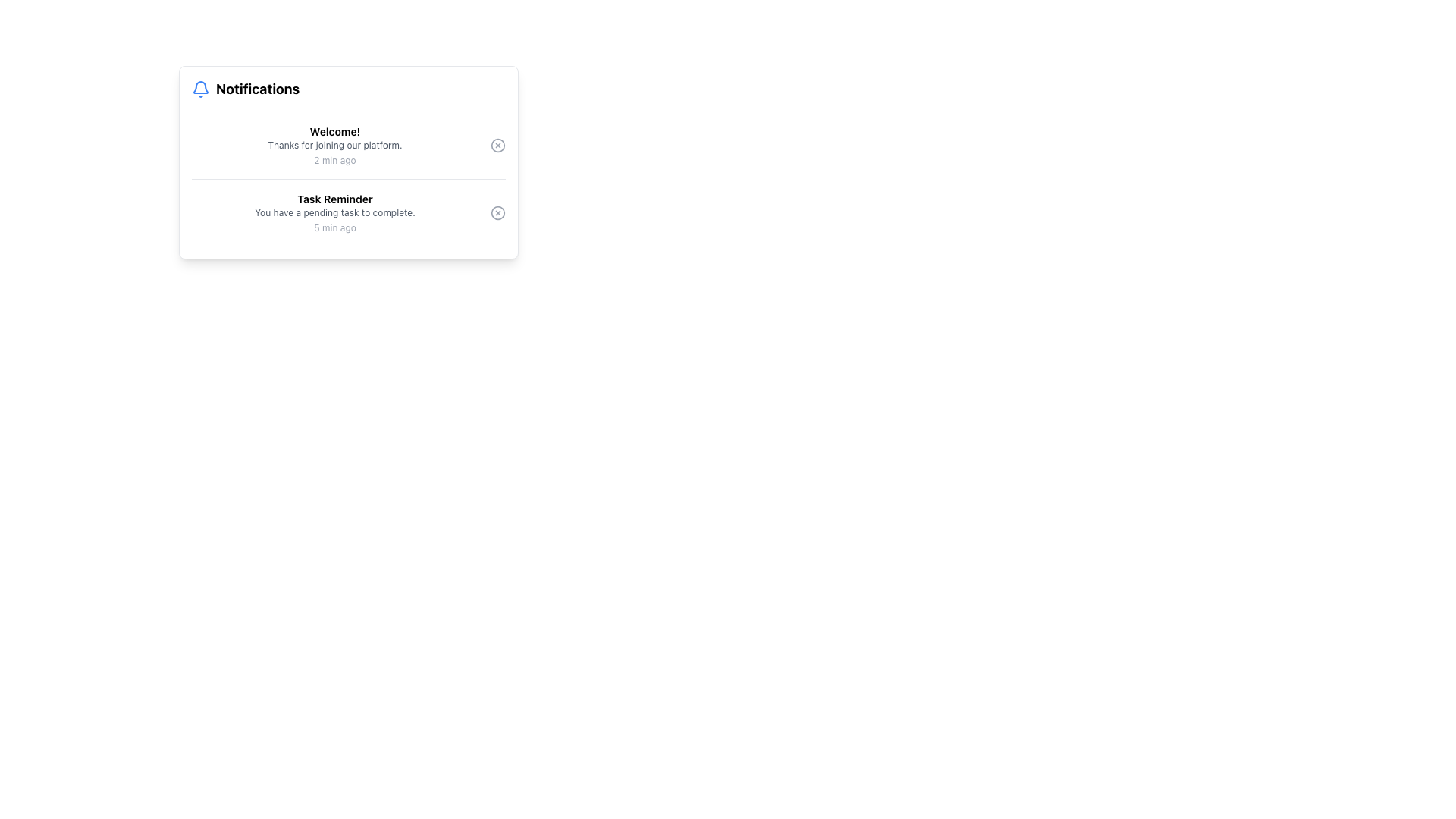  I want to click on the text label located at the center of the notification card, which serves as the heading for the notification message, so click(334, 198).